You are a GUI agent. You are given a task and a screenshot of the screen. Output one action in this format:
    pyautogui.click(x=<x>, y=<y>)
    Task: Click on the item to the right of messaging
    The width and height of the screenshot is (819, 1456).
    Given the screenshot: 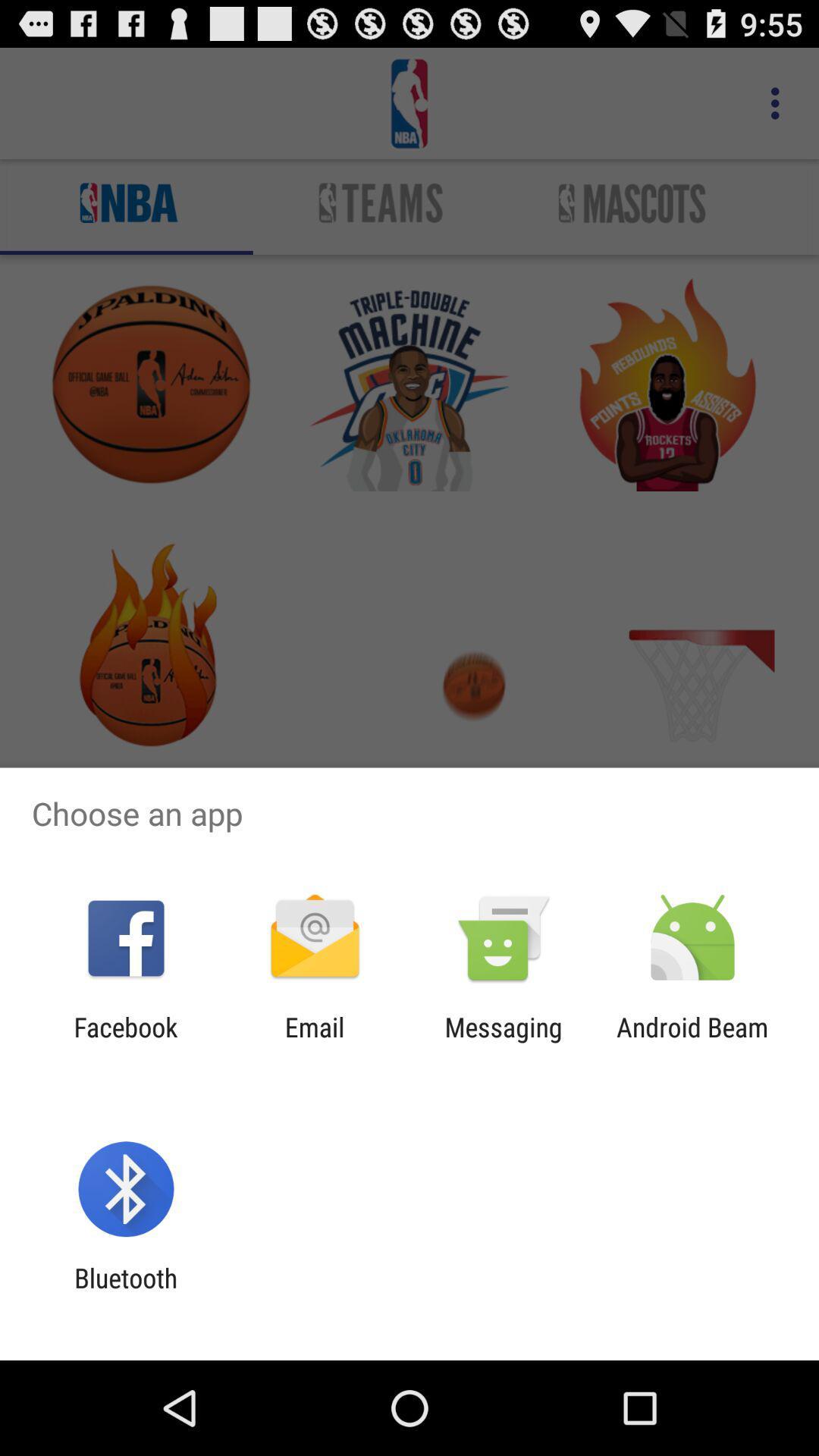 What is the action you would take?
    pyautogui.click(x=692, y=1042)
    